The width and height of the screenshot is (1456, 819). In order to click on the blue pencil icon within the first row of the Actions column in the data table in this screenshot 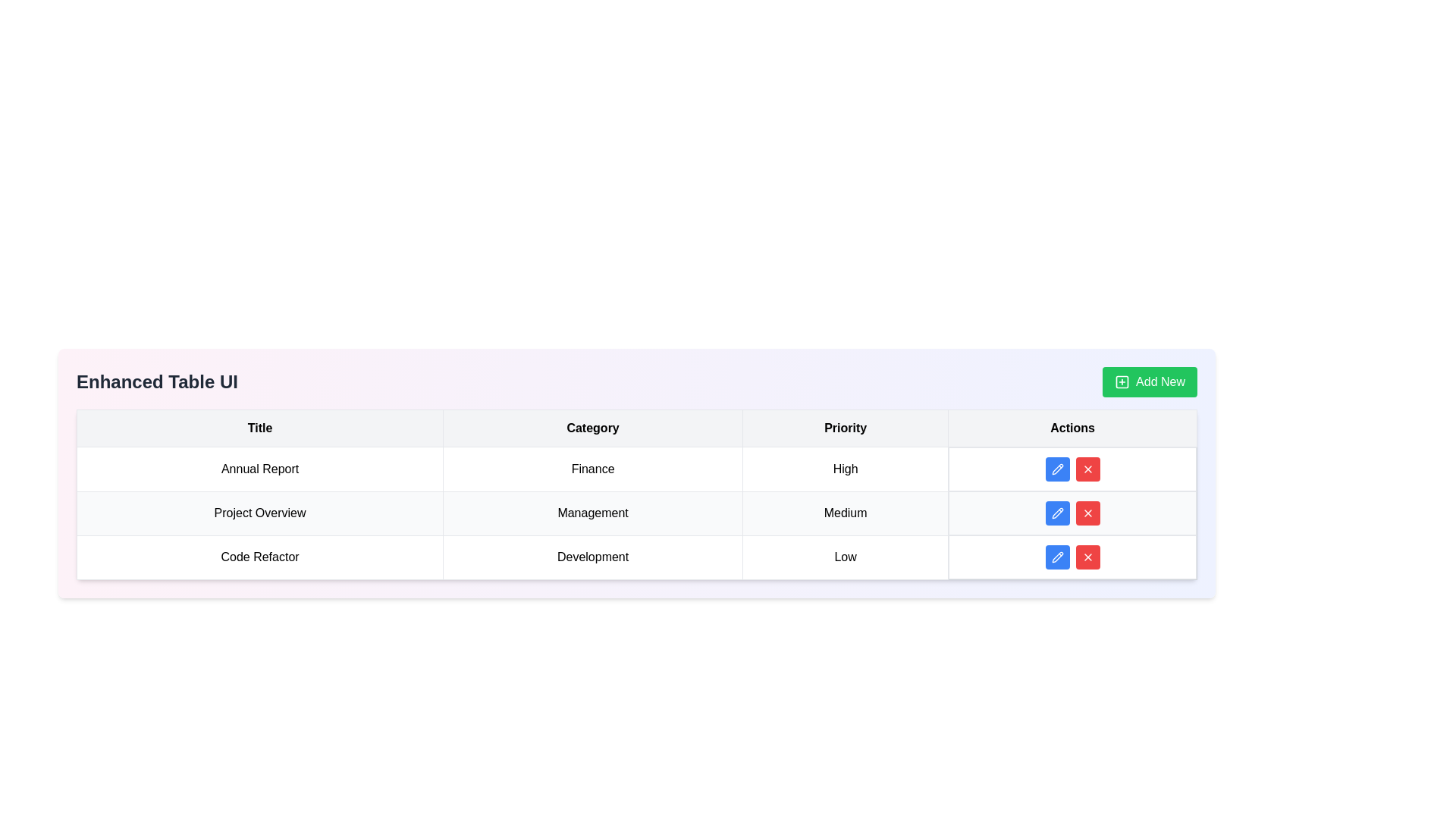, I will do `click(1056, 468)`.